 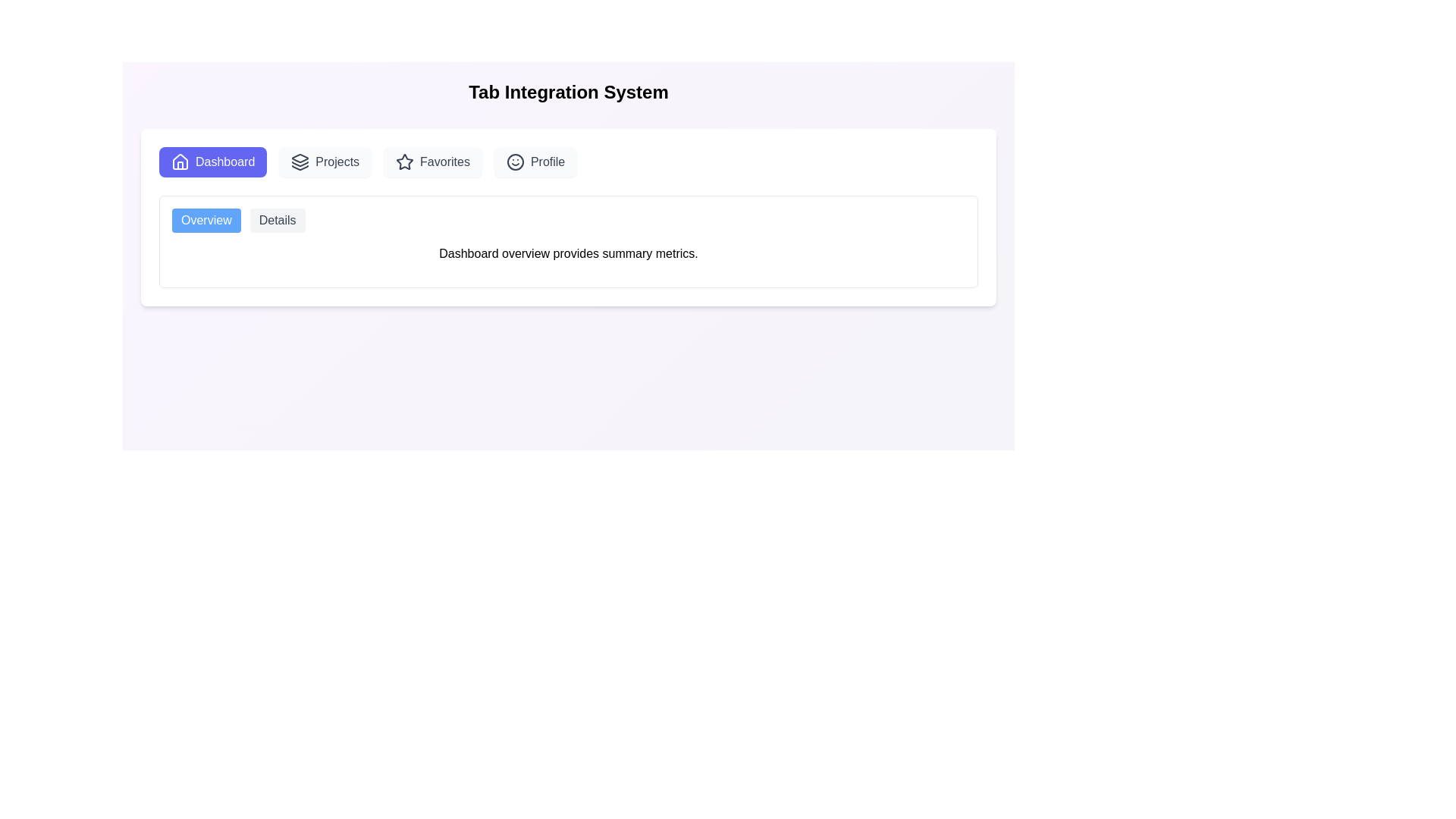 What do you see at coordinates (180, 161) in the screenshot?
I see `the house SVG icon located in the top navigation bar, adjacent to the 'Dashboard' label` at bounding box center [180, 161].